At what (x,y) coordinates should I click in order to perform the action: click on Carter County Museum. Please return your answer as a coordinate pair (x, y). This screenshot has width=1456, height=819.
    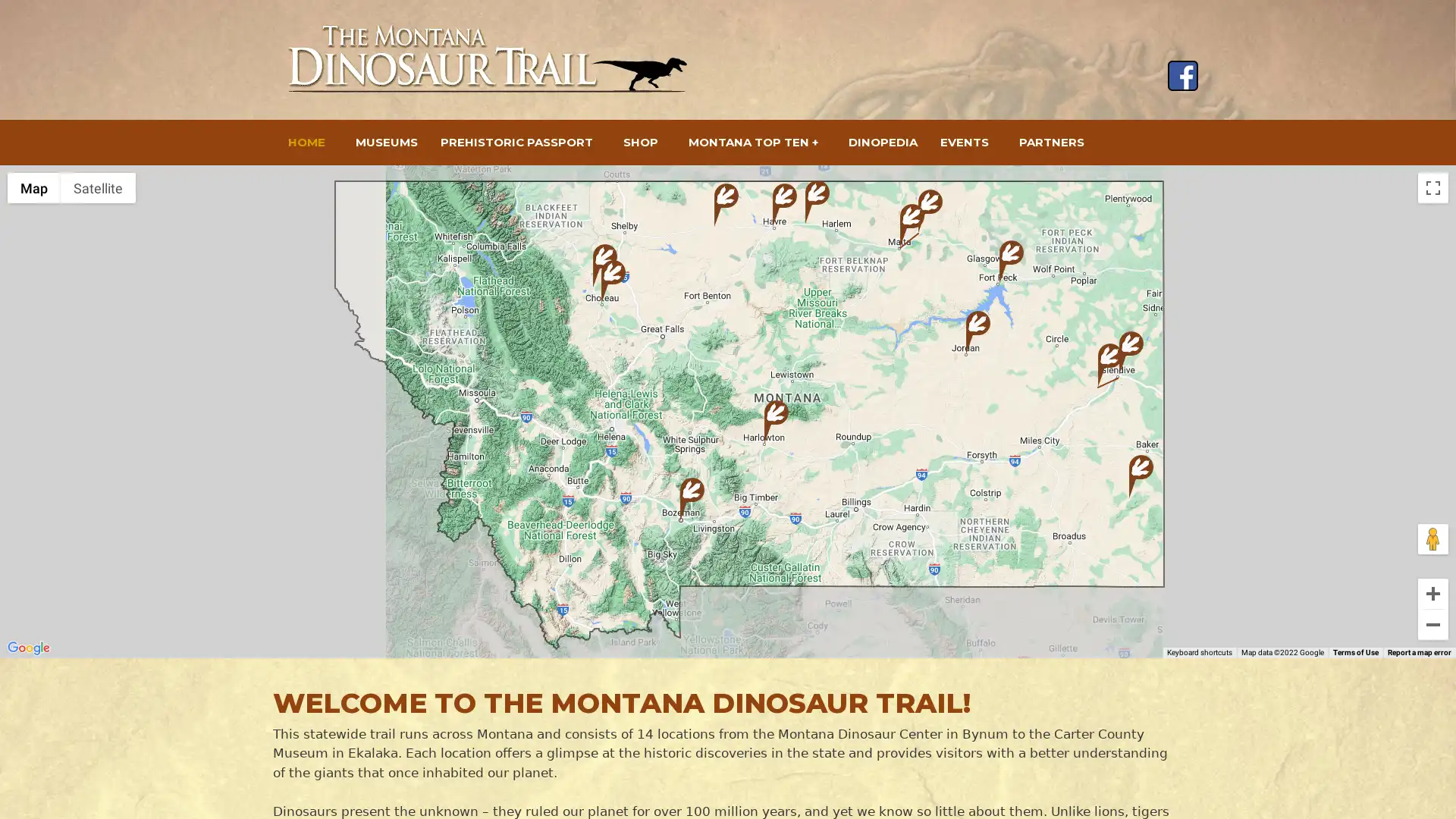
    Looking at the image, I should click on (1141, 475).